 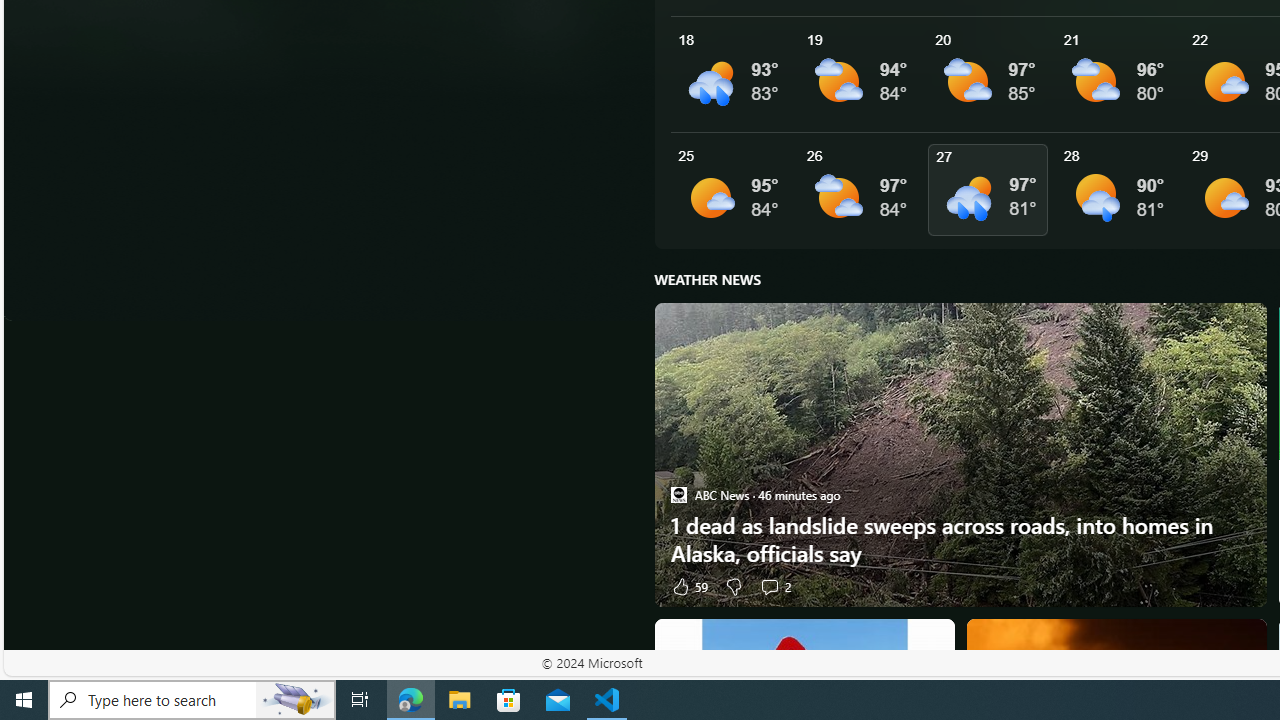 What do you see at coordinates (774, 585) in the screenshot?
I see `'View comments 2 Comment'` at bounding box center [774, 585].